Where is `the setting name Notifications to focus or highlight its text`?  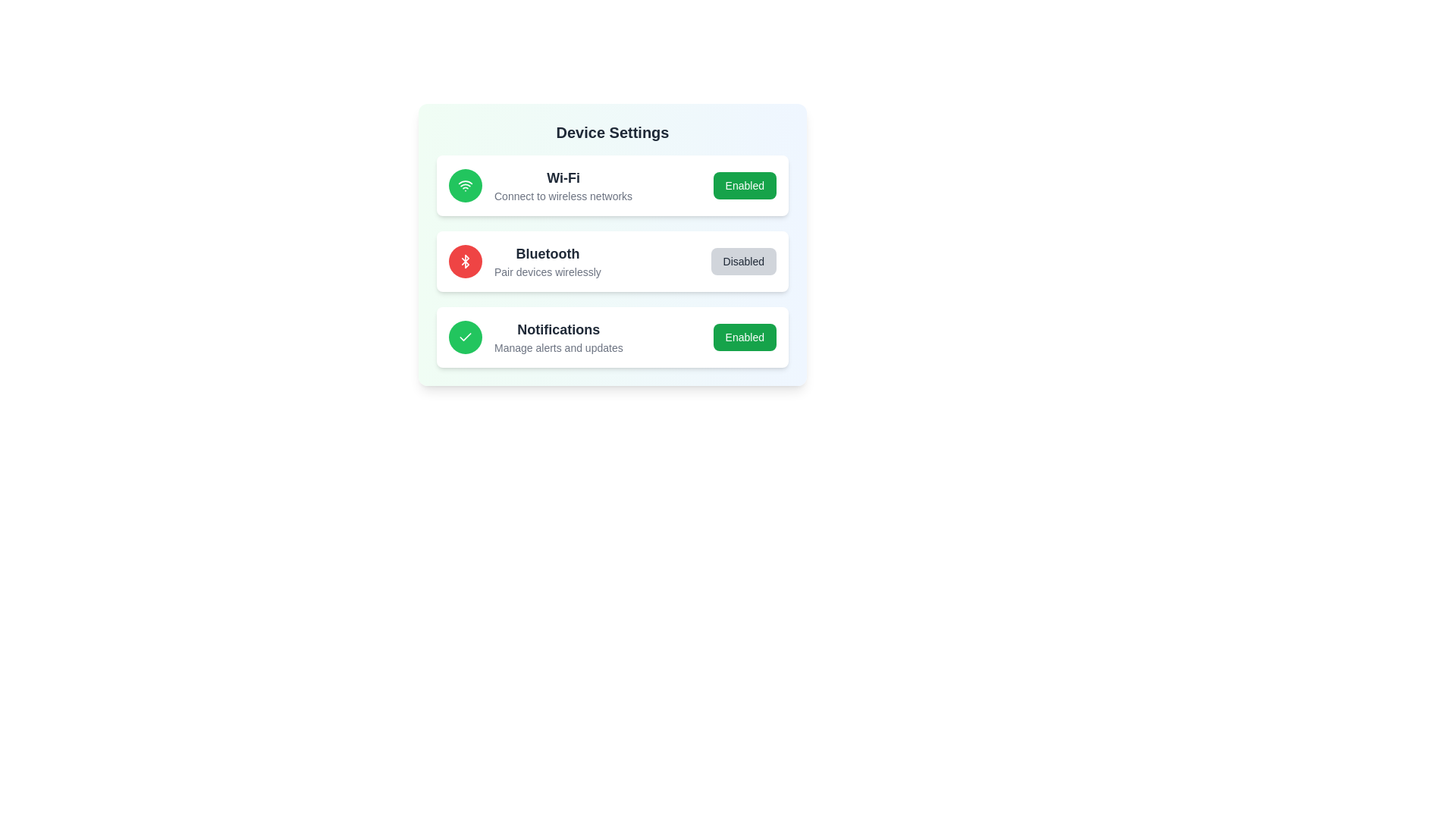
the setting name Notifications to focus or highlight its text is located at coordinates (557, 329).